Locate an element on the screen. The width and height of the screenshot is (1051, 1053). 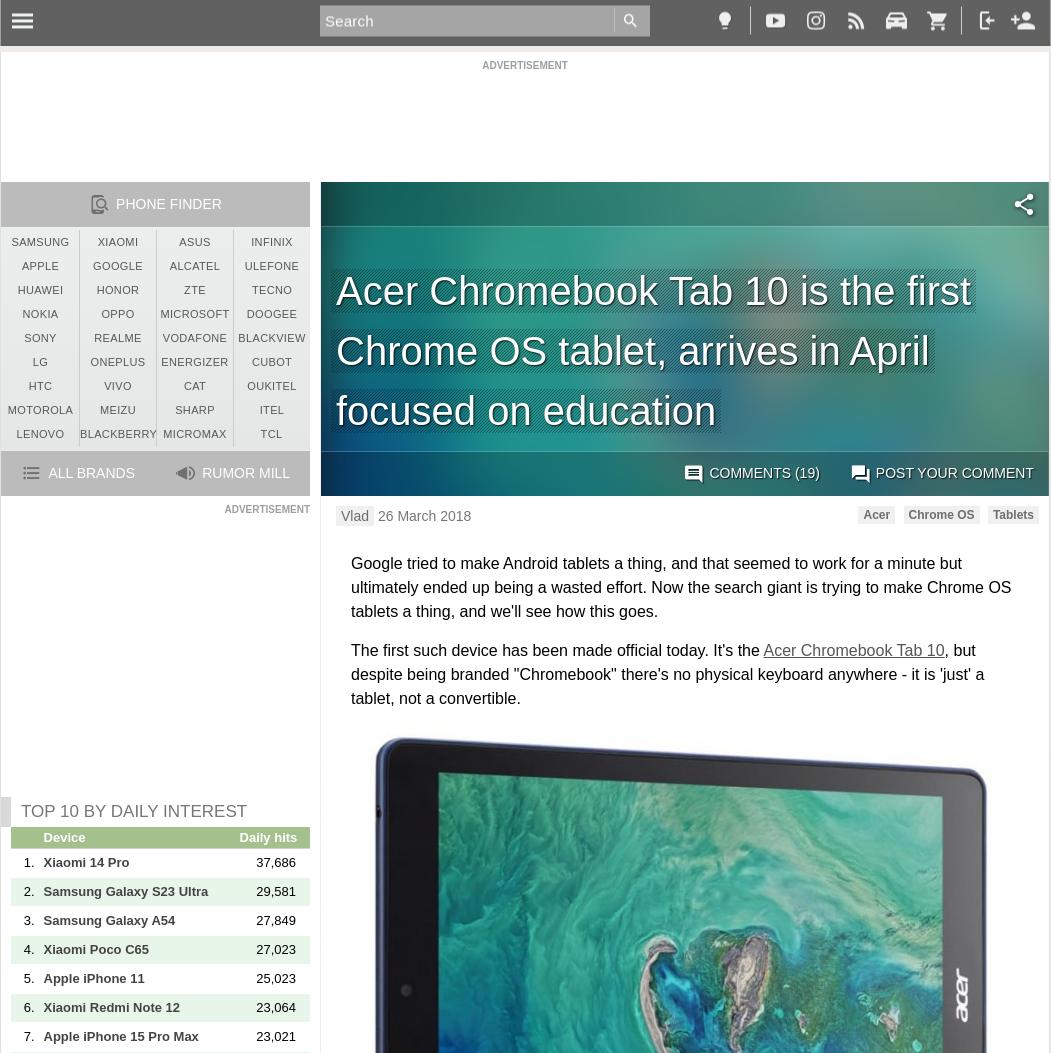
'Vodafone' is located at coordinates (194, 337).